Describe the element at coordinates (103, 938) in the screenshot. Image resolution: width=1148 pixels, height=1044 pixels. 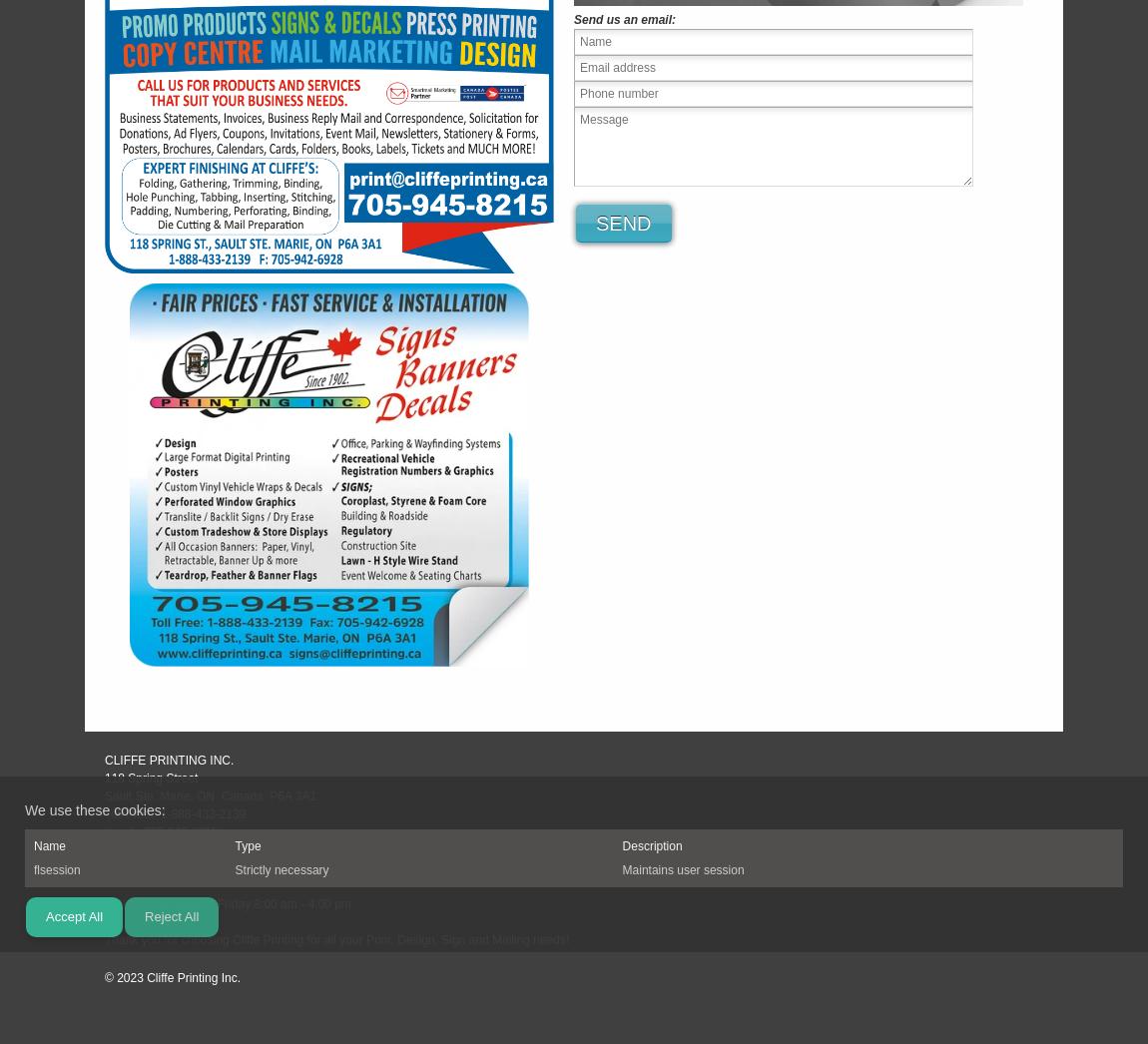
I see `'Thank you for choosing Cliffe Printing for all your Print, Design, Sign and Mailing needs!'` at that location.